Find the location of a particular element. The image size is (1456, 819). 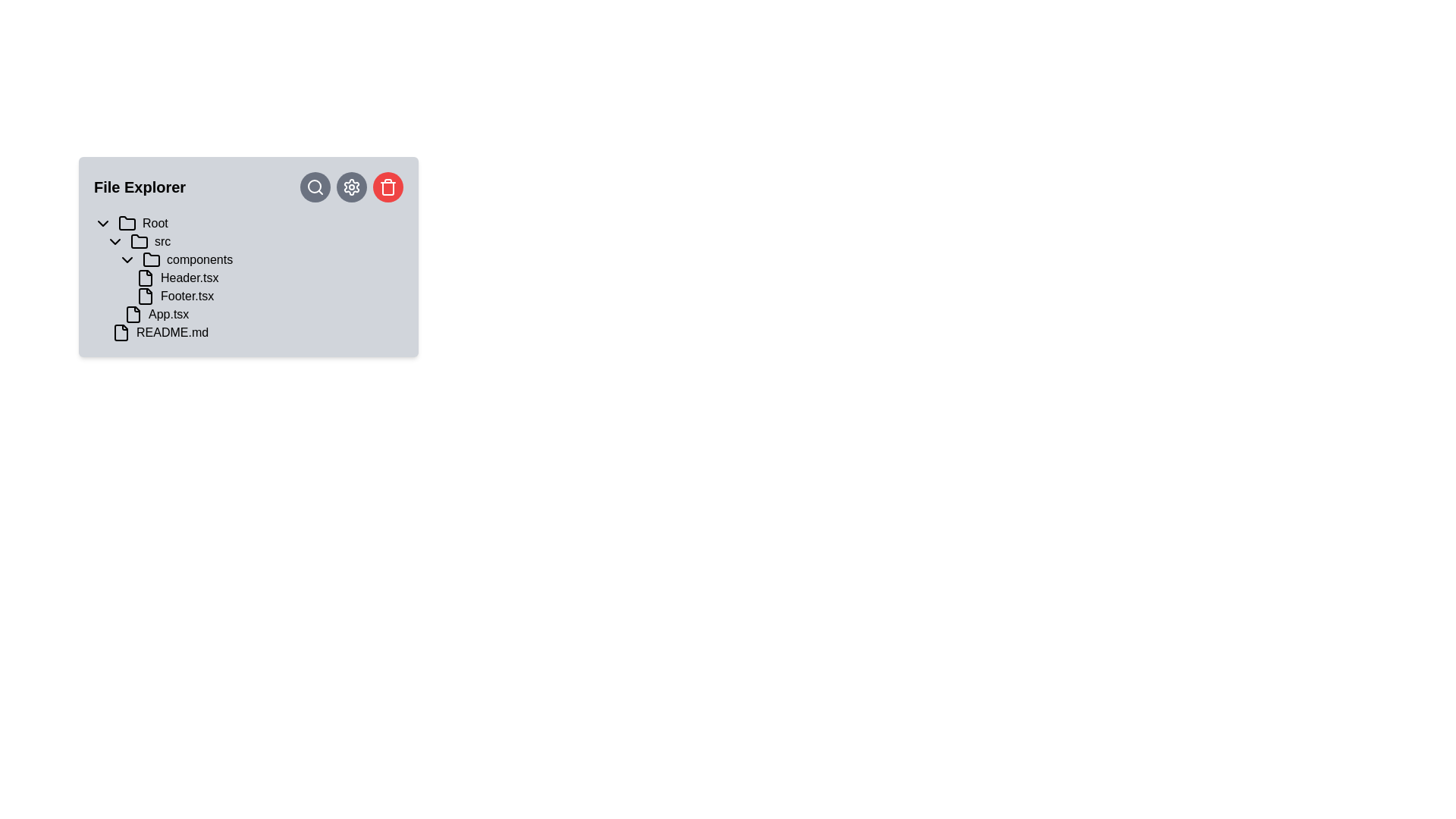

the text label displaying 'App.tsx' in the file explorer interface is located at coordinates (168, 314).